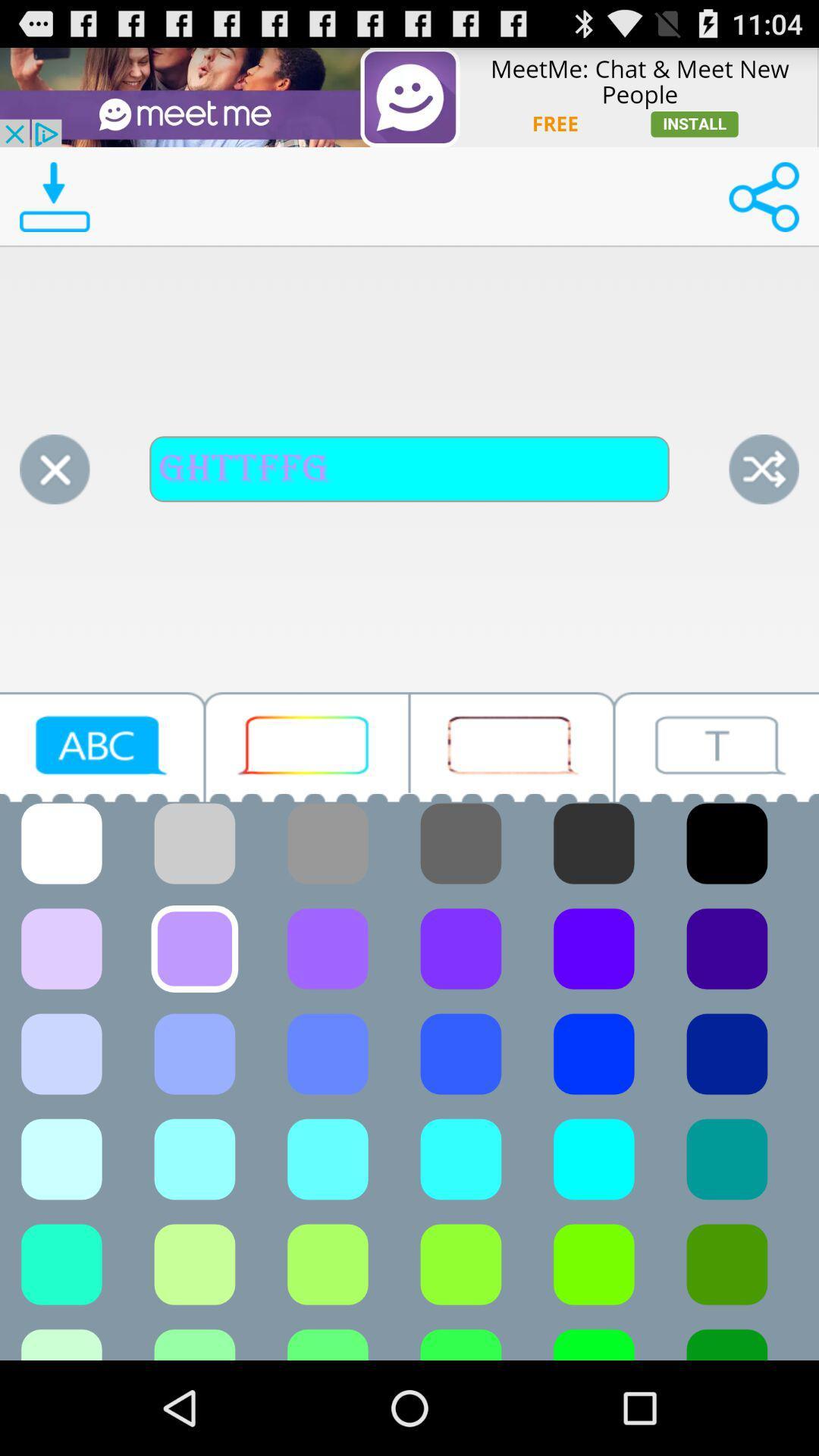 The image size is (819, 1456). I want to click on the close icon, so click(764, 502).